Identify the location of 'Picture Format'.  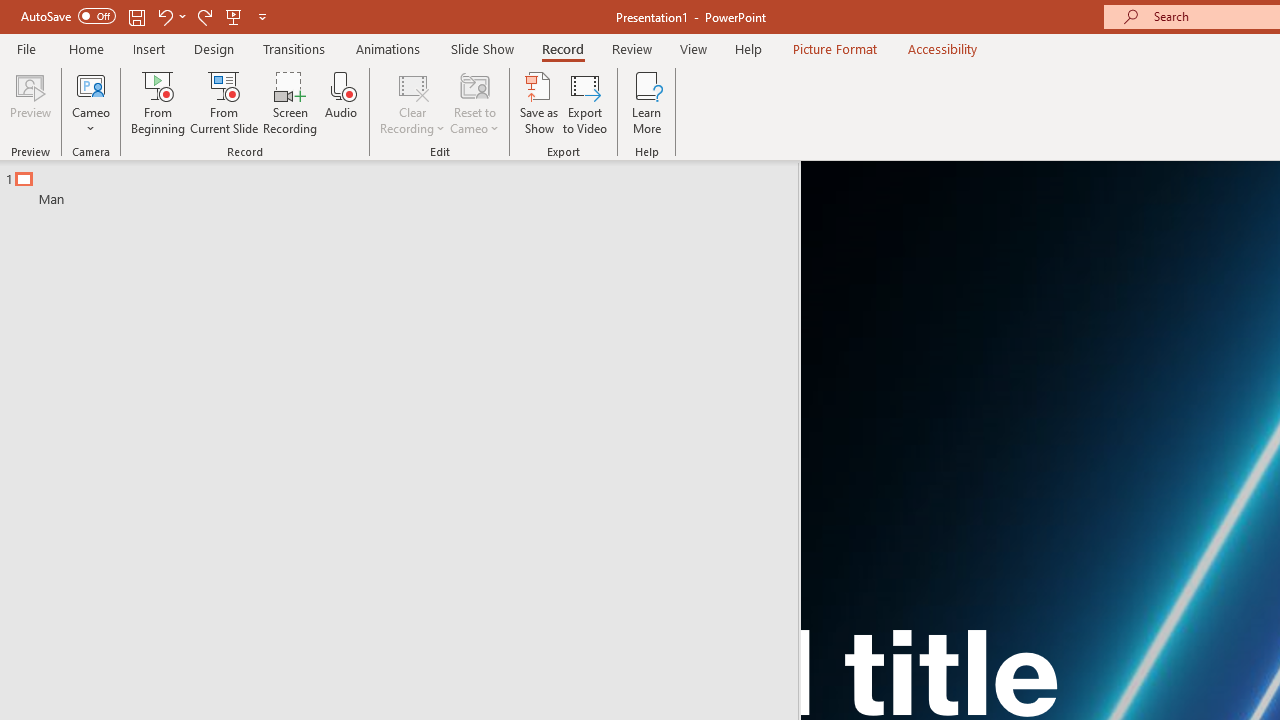
(835, 48).